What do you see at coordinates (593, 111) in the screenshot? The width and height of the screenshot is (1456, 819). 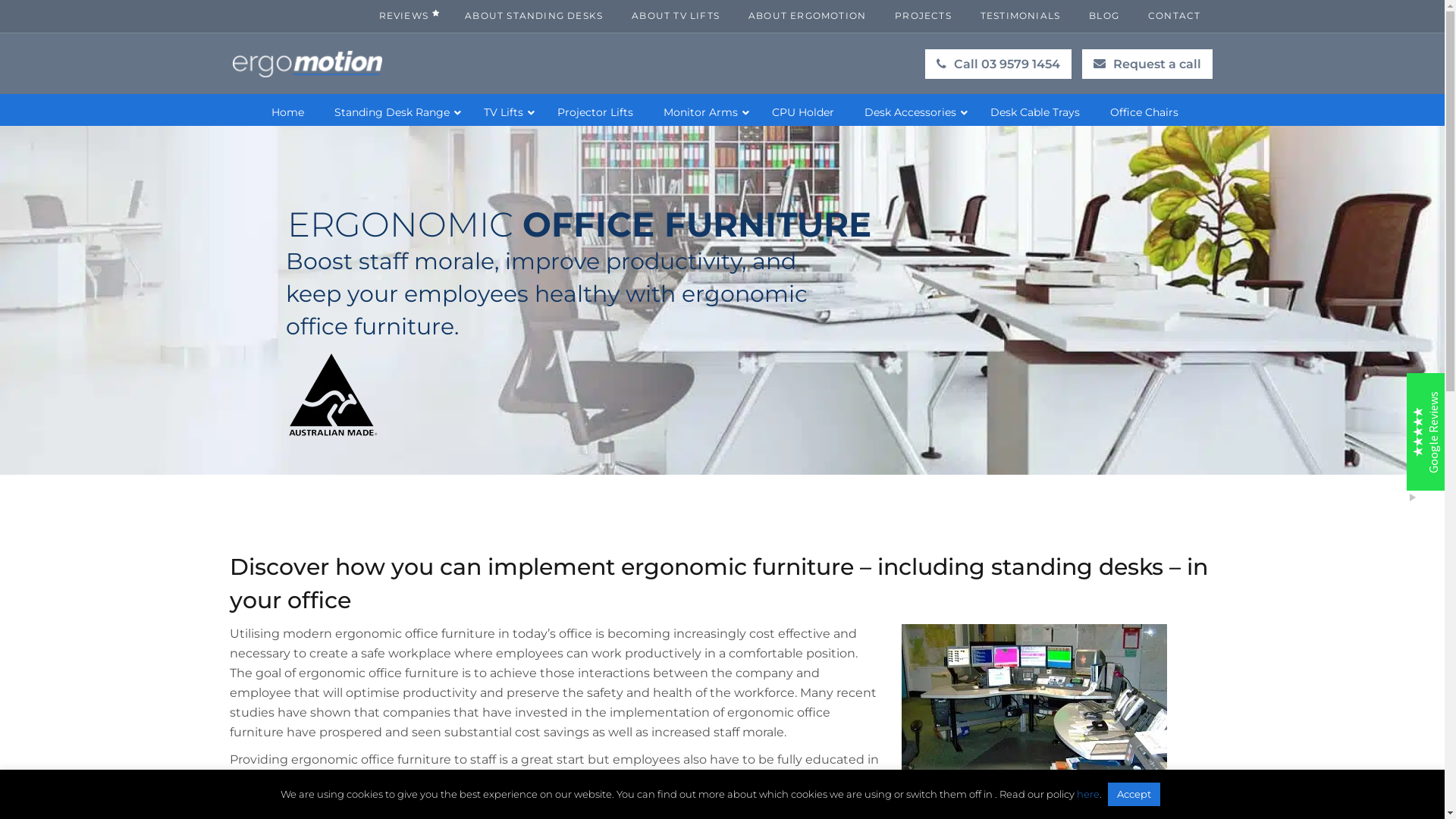 I see `'Projector Lifts'` at bounding box center [593, 111].